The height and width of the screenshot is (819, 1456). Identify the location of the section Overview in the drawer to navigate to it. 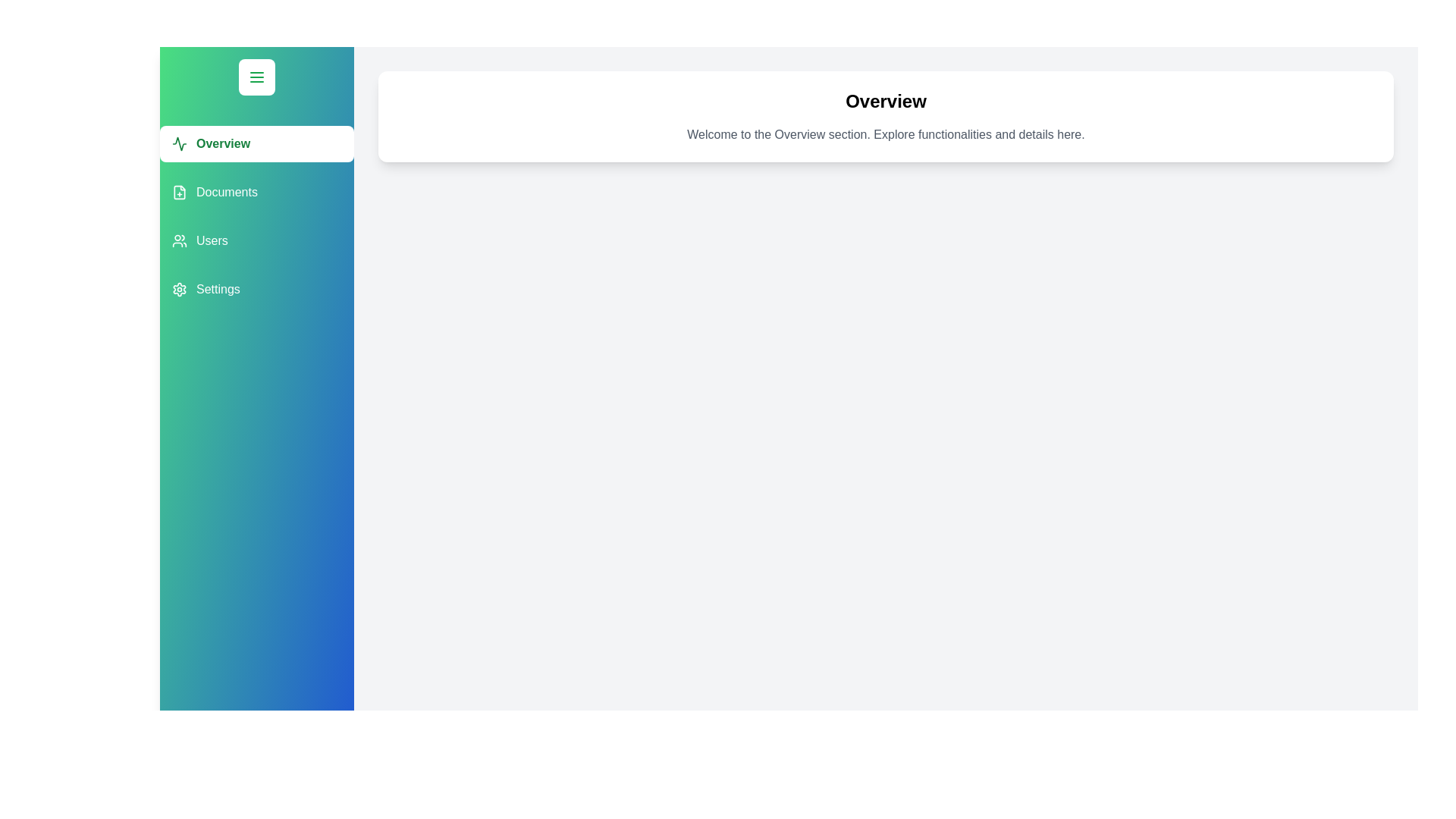
(257, 143).